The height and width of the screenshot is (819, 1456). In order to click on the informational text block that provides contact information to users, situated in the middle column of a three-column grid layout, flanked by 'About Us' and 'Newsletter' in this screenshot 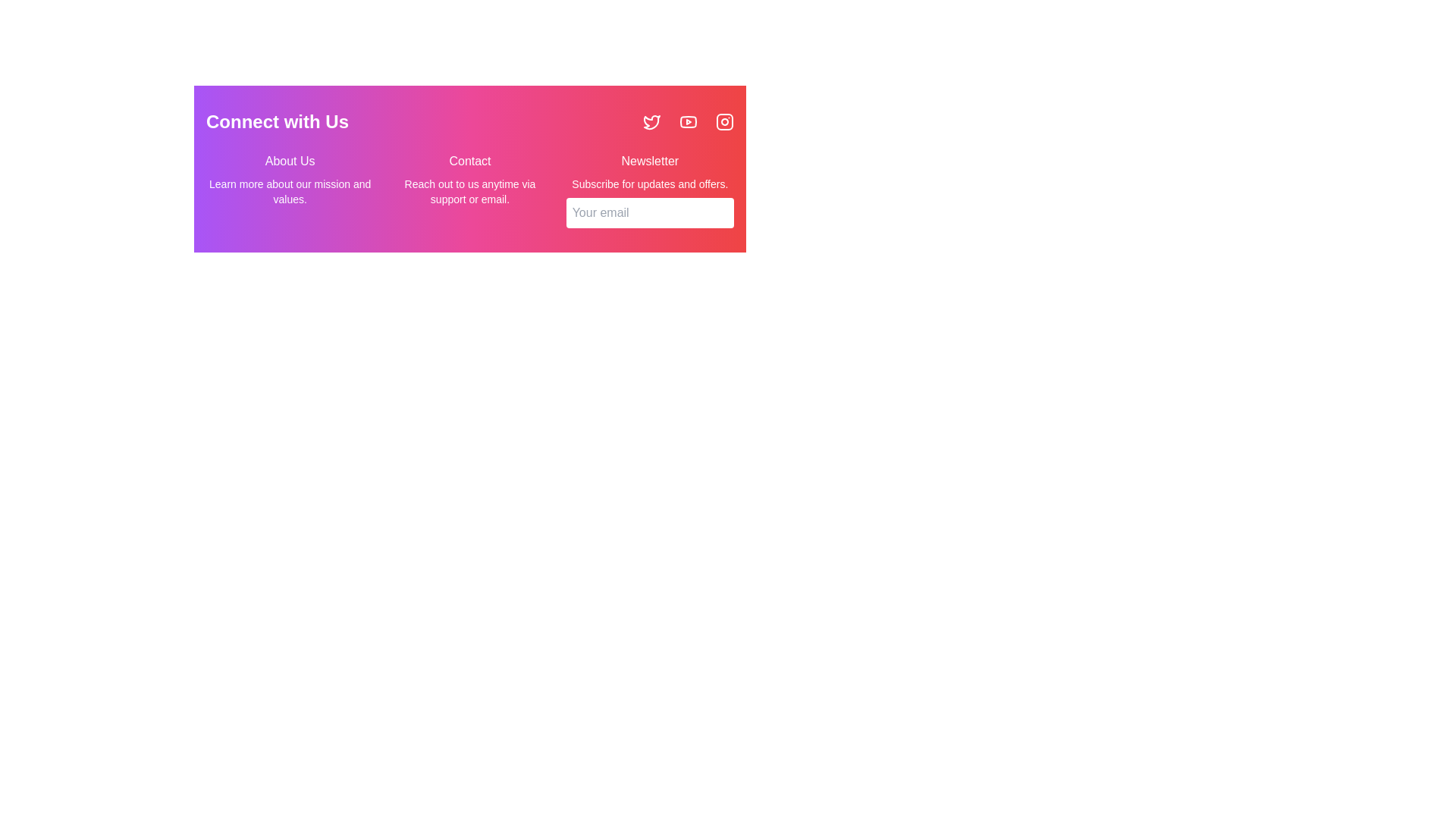, I will do `click(469, 189)`.